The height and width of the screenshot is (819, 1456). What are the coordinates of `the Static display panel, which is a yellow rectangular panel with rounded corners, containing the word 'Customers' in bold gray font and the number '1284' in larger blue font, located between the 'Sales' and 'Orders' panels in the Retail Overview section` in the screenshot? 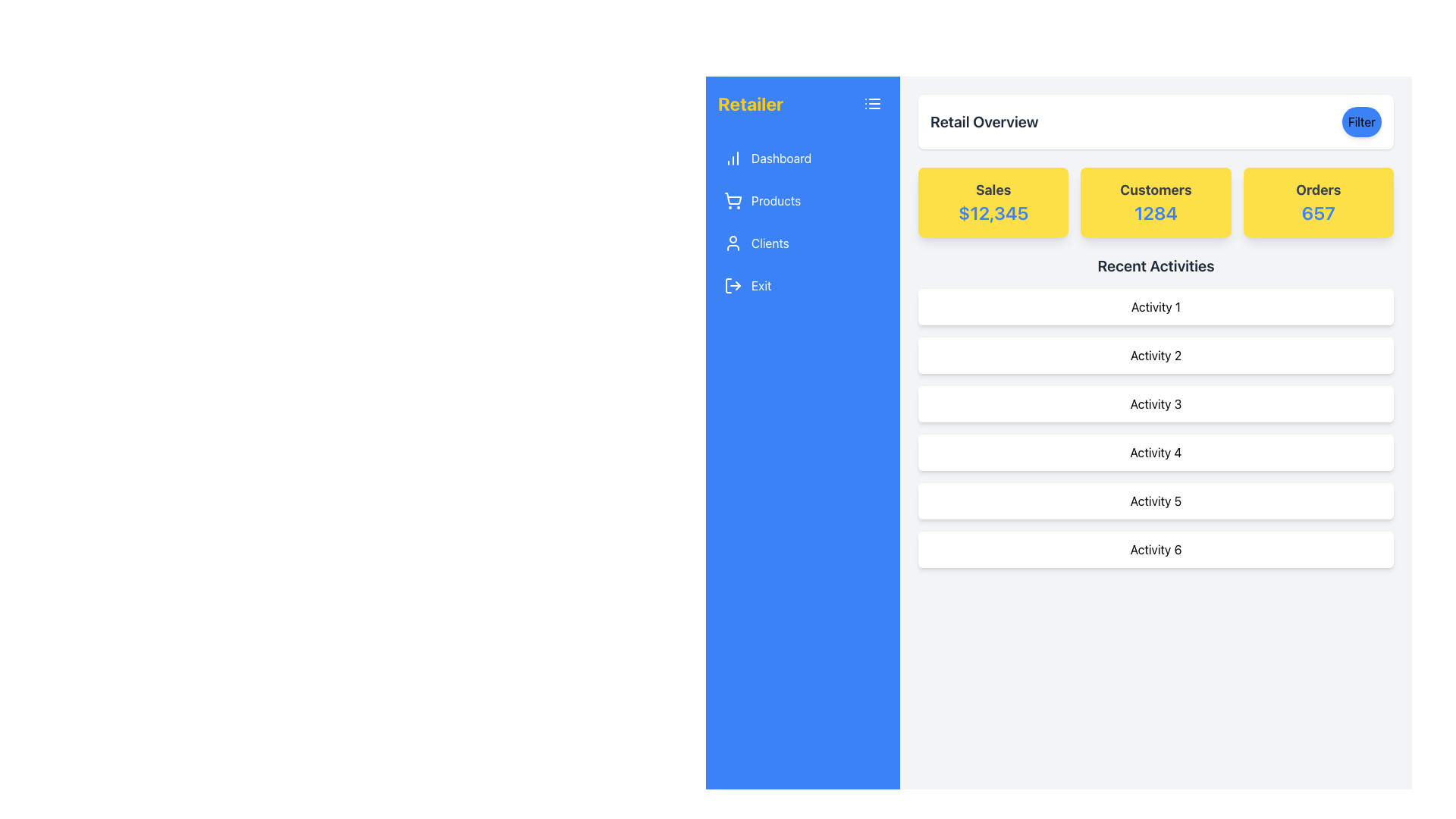 It's located at (1155, 201).